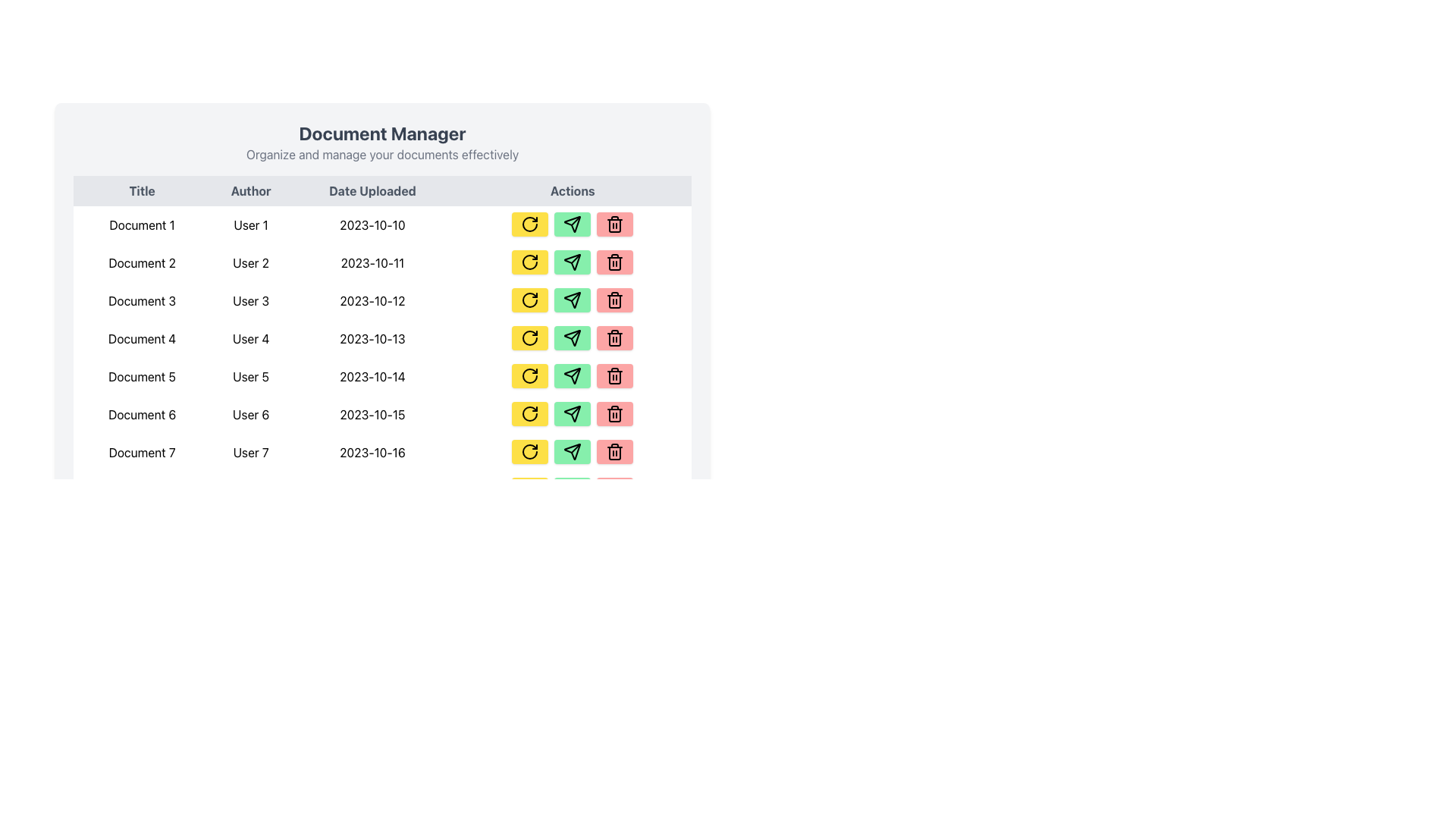 The height and width of the screenshot is (819, 1456). I want to click on the rotation or reload icon in the Actions column of the fifth row for Document 5, so click(530, 375).